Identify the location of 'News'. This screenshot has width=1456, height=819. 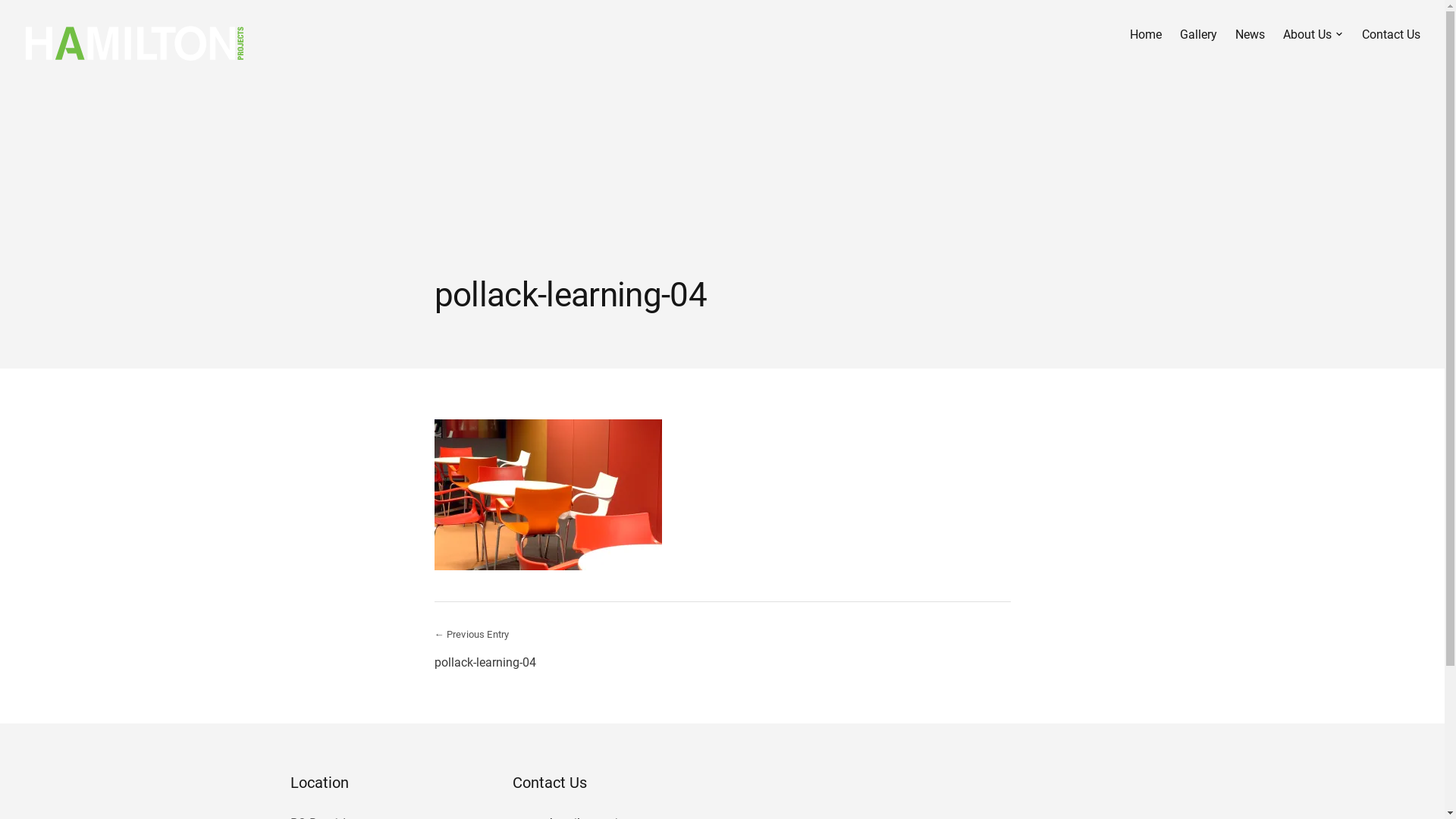
(1250, 34).